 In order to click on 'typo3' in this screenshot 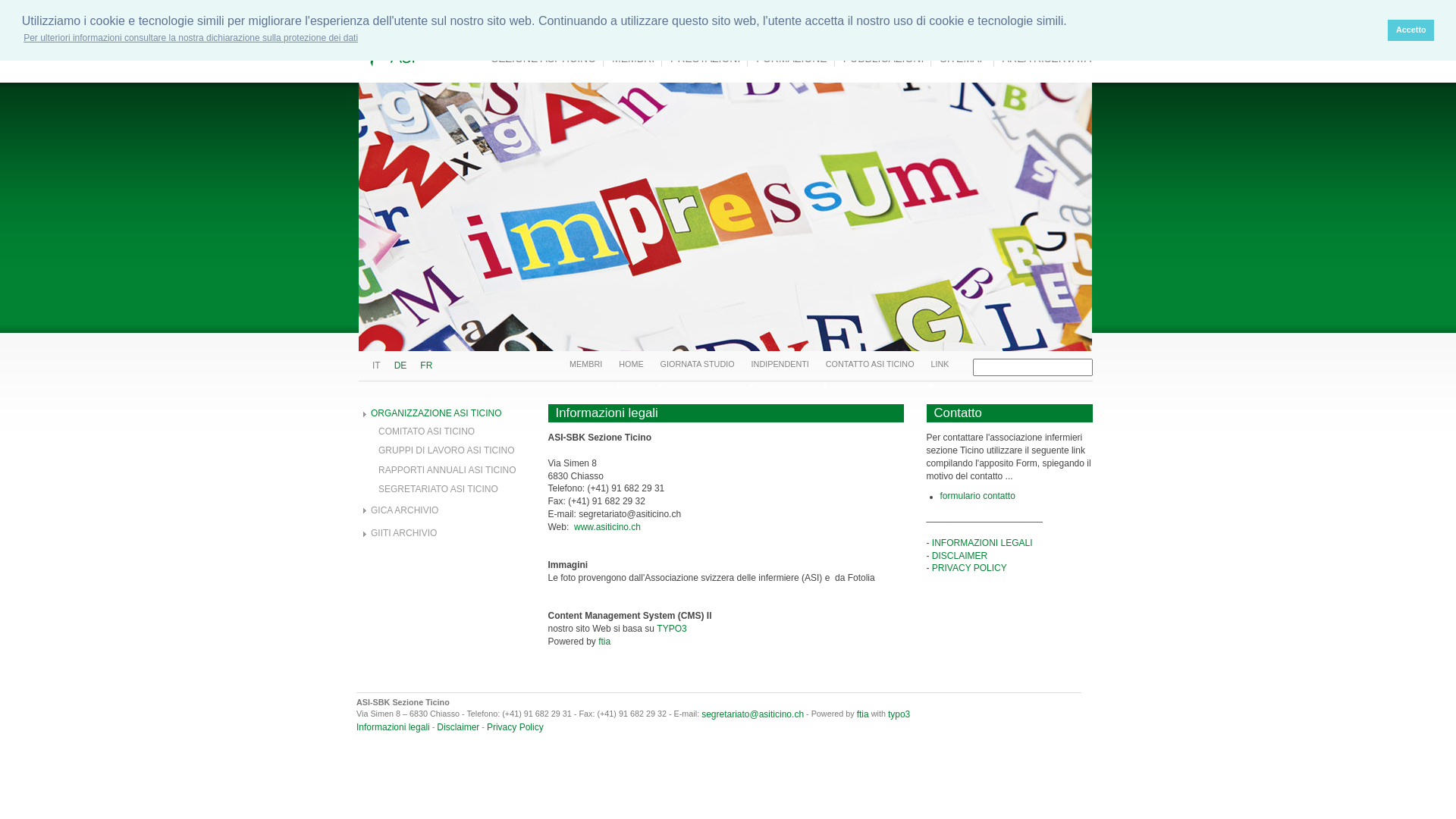, I will do `click(899, 714)`.